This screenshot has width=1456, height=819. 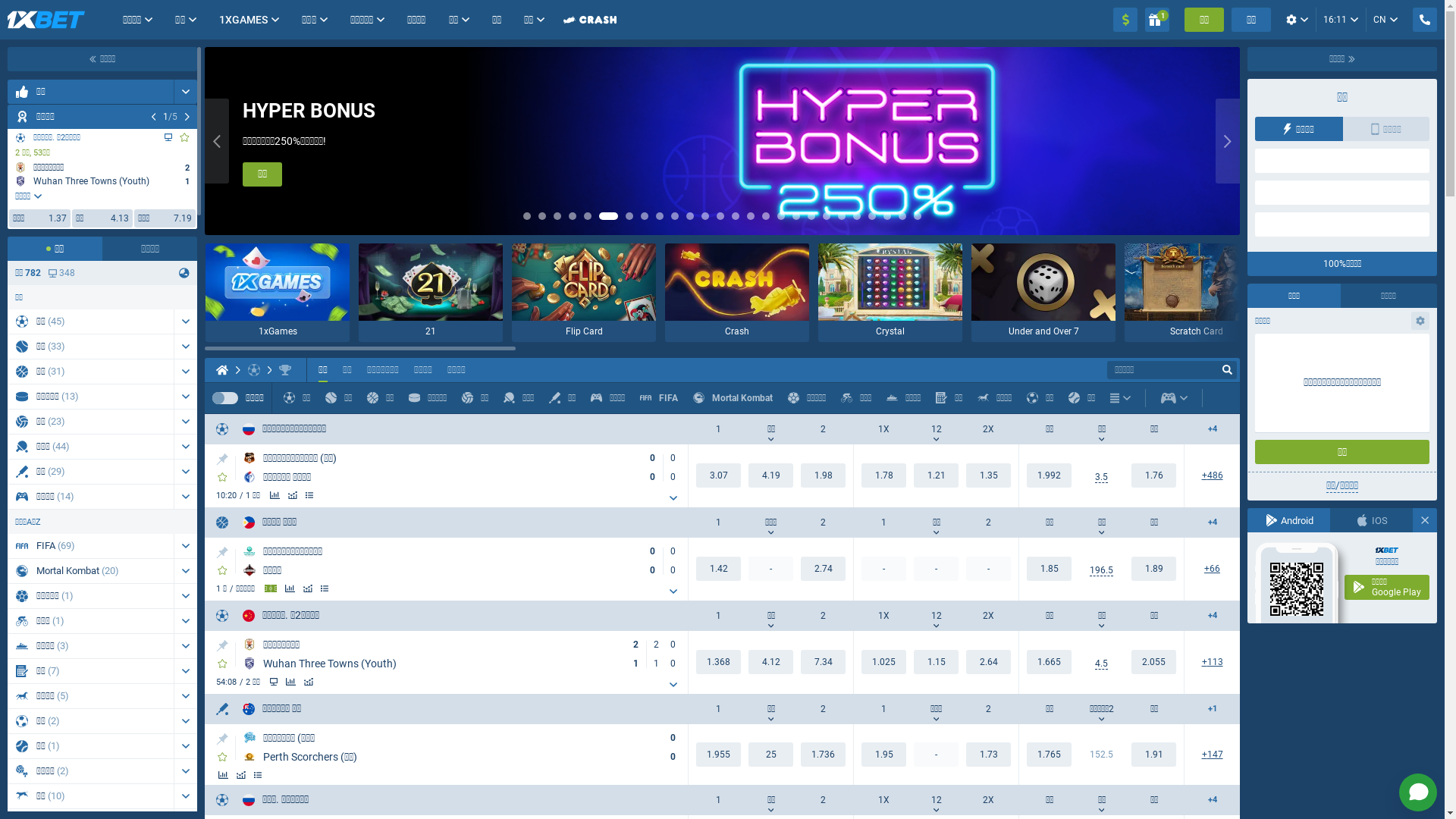 What do you see at coordinates (935, 475) in the screenshot?
I see `'1.21'` at bounding box center [935, 475].